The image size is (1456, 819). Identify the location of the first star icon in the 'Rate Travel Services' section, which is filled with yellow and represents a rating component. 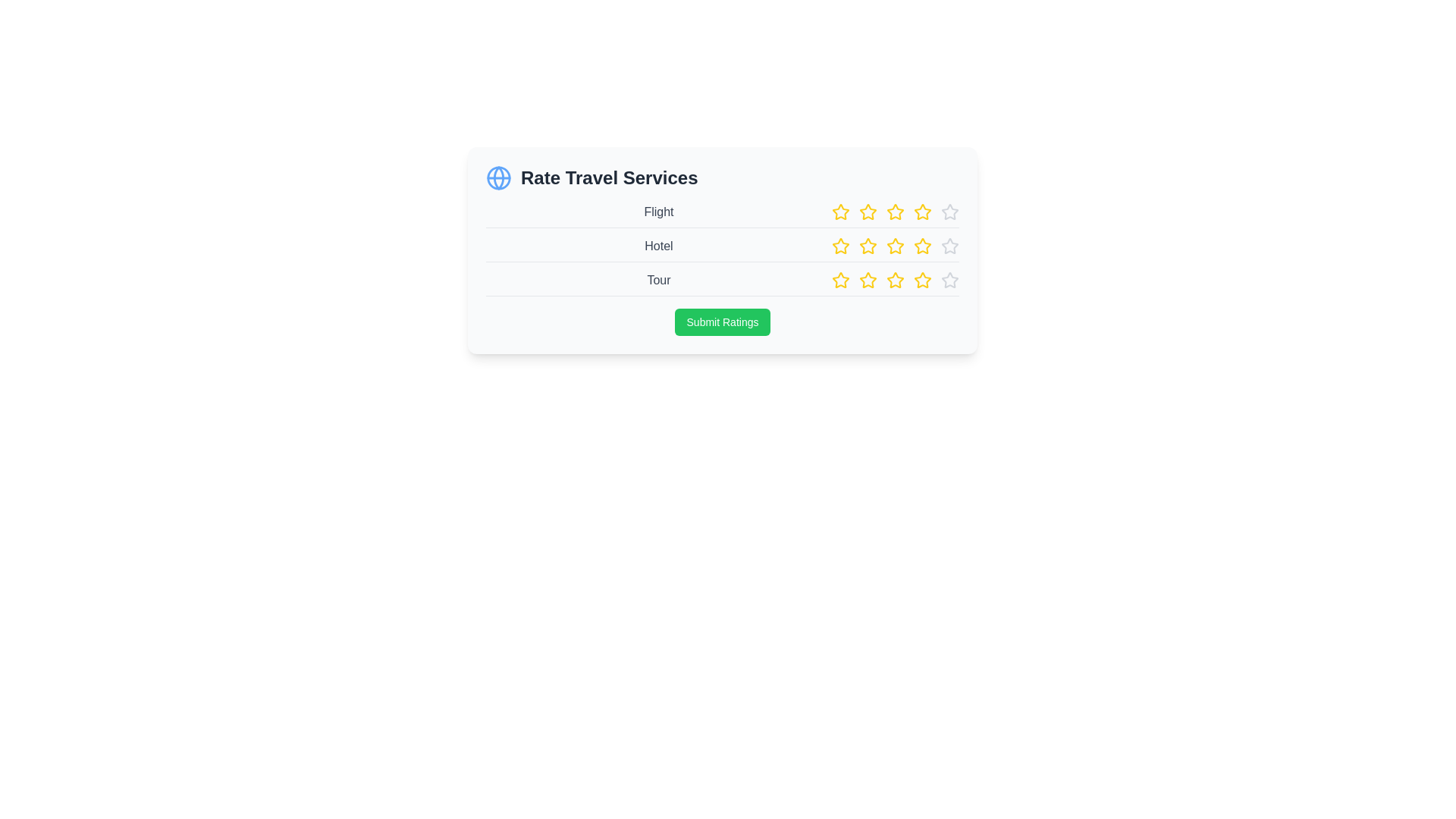
(839, 212).